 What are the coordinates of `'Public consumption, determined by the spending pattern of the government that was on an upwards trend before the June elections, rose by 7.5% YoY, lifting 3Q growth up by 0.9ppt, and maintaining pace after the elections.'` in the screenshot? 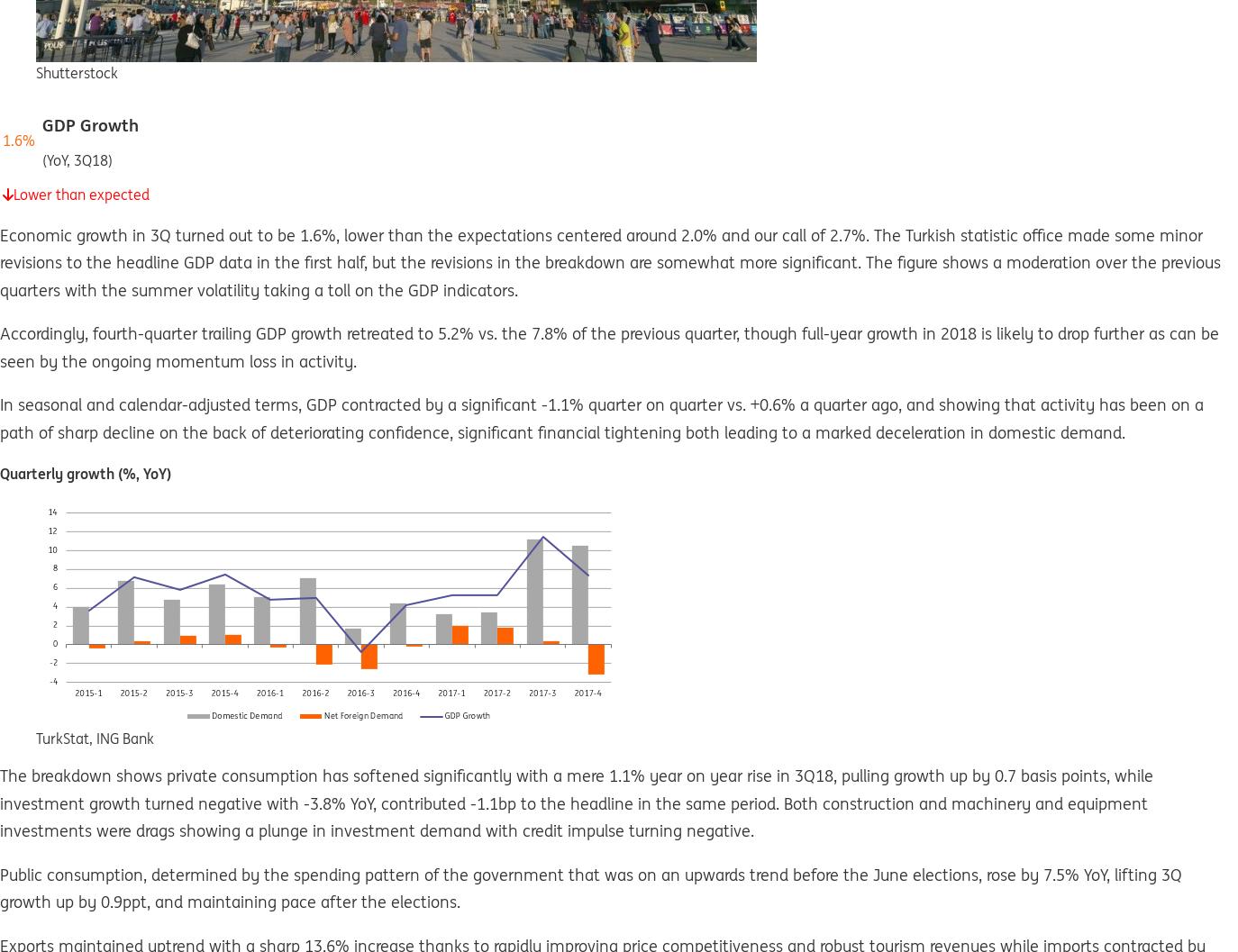 It's located at (590, 886).